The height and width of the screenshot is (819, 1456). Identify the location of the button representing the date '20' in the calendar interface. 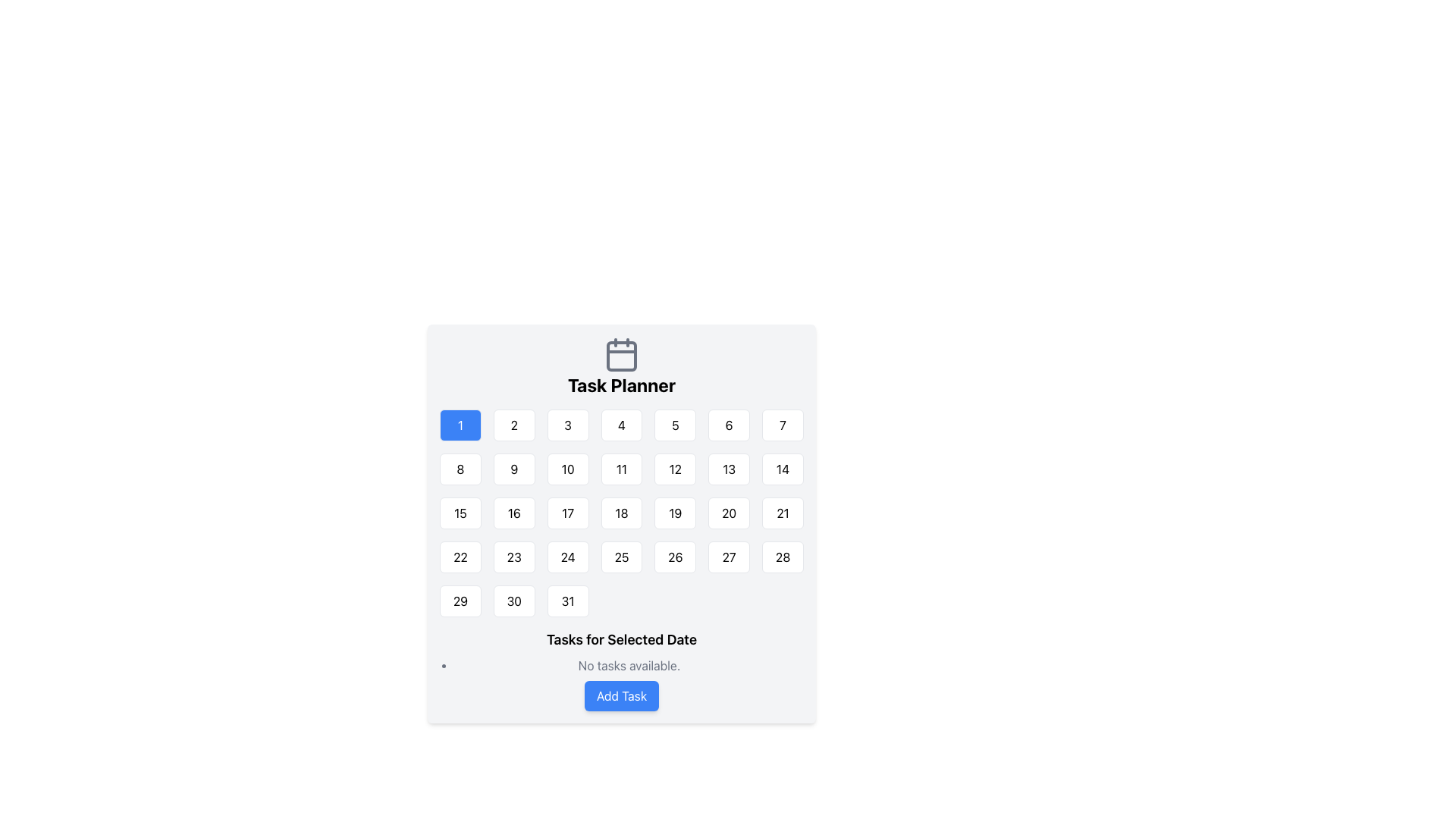
(729, 513).